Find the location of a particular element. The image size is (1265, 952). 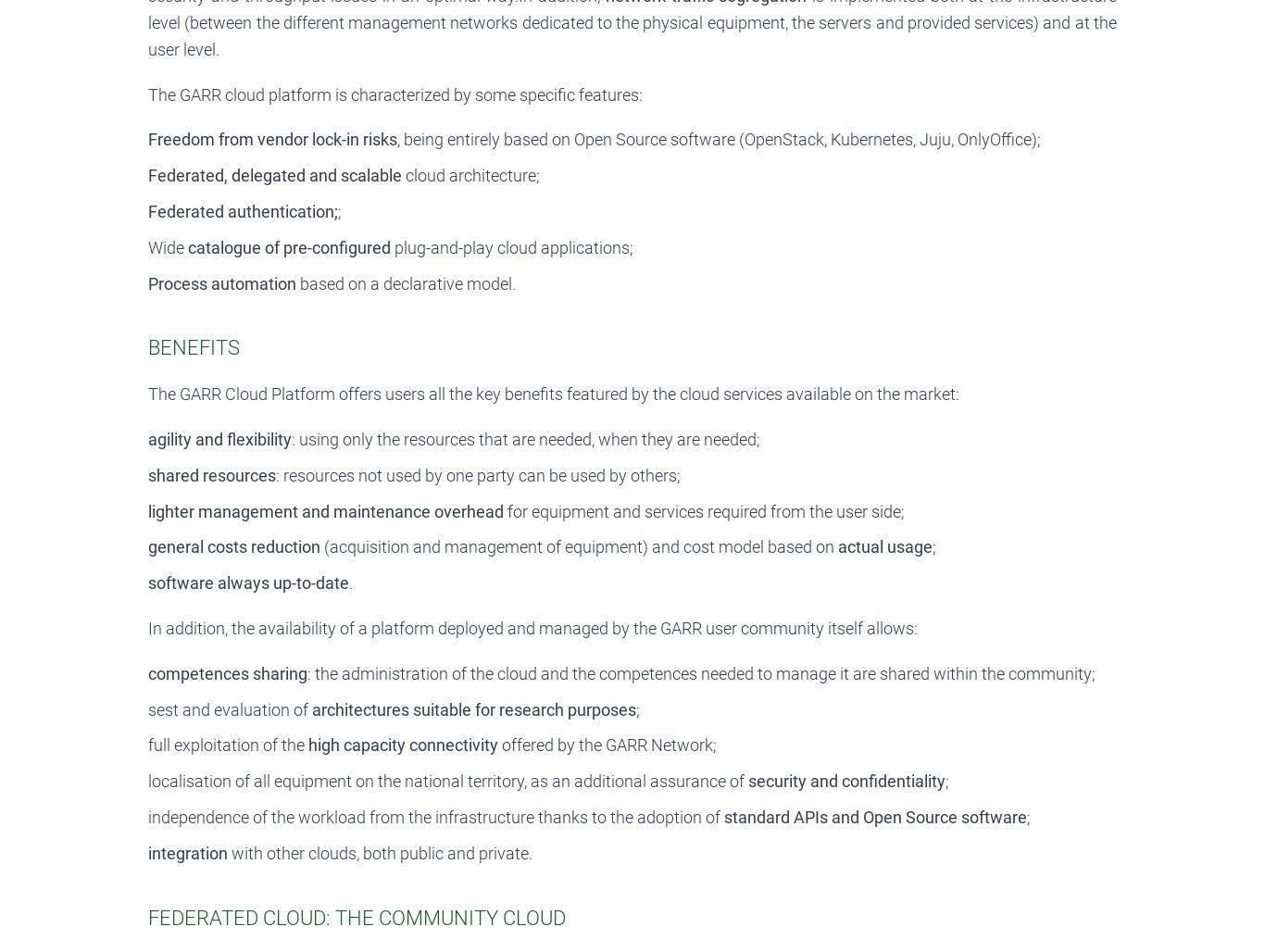

': resources not used by one party can be used by others;' is located at coordinates (276, 473).